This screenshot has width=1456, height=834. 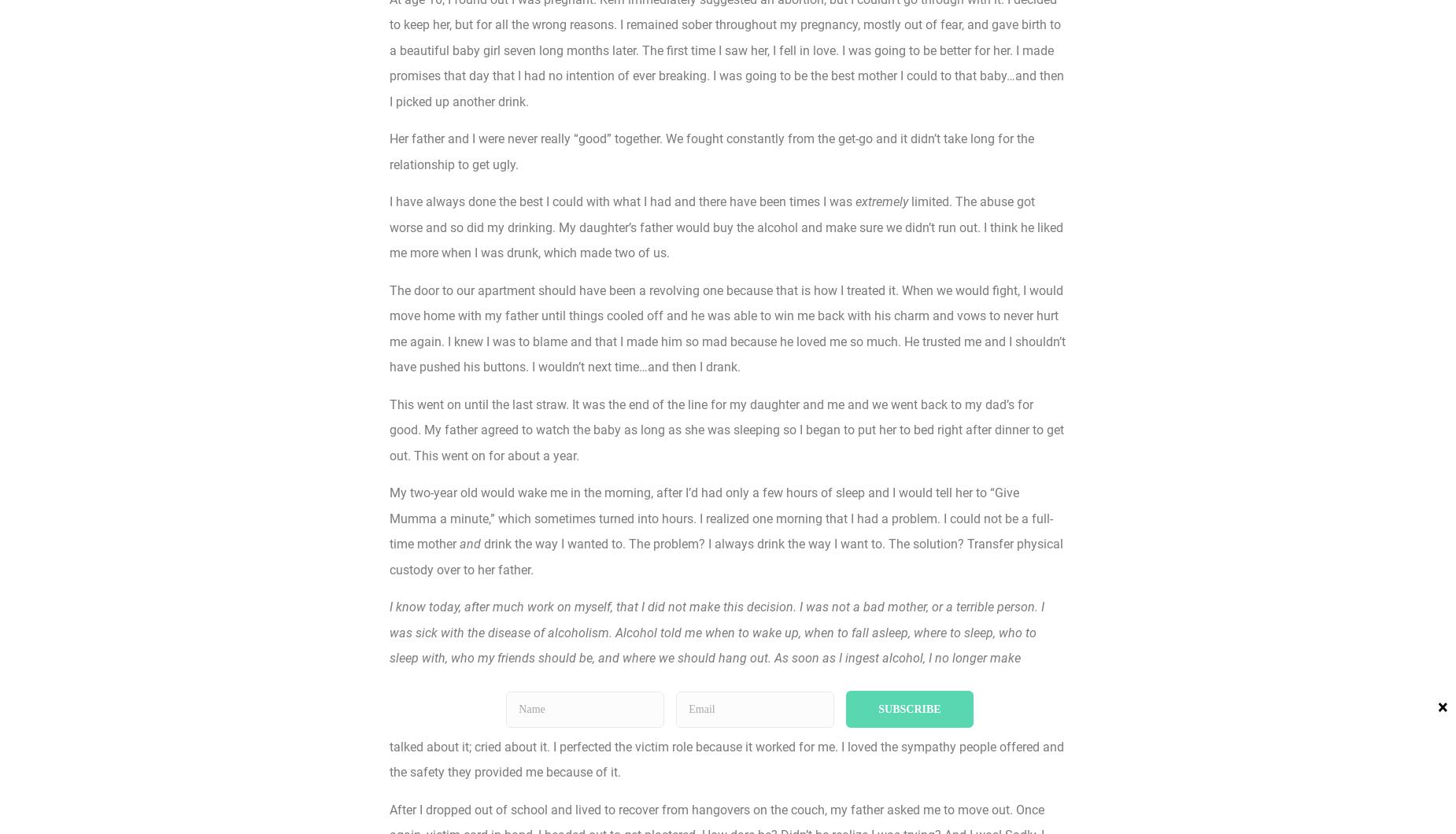 What do you see at coordinates (726, 746) in the screenshot?
I see `'Handing my daughter over to my ex was a choice that I drank about. I drank at it, around it, and through it. I got drunk and talked about it; cried about it. I perfected the victim role because it worked for me. I loved the sympathy people offered and the safety they provided me because of it.'` at bounding box center [726, 746].